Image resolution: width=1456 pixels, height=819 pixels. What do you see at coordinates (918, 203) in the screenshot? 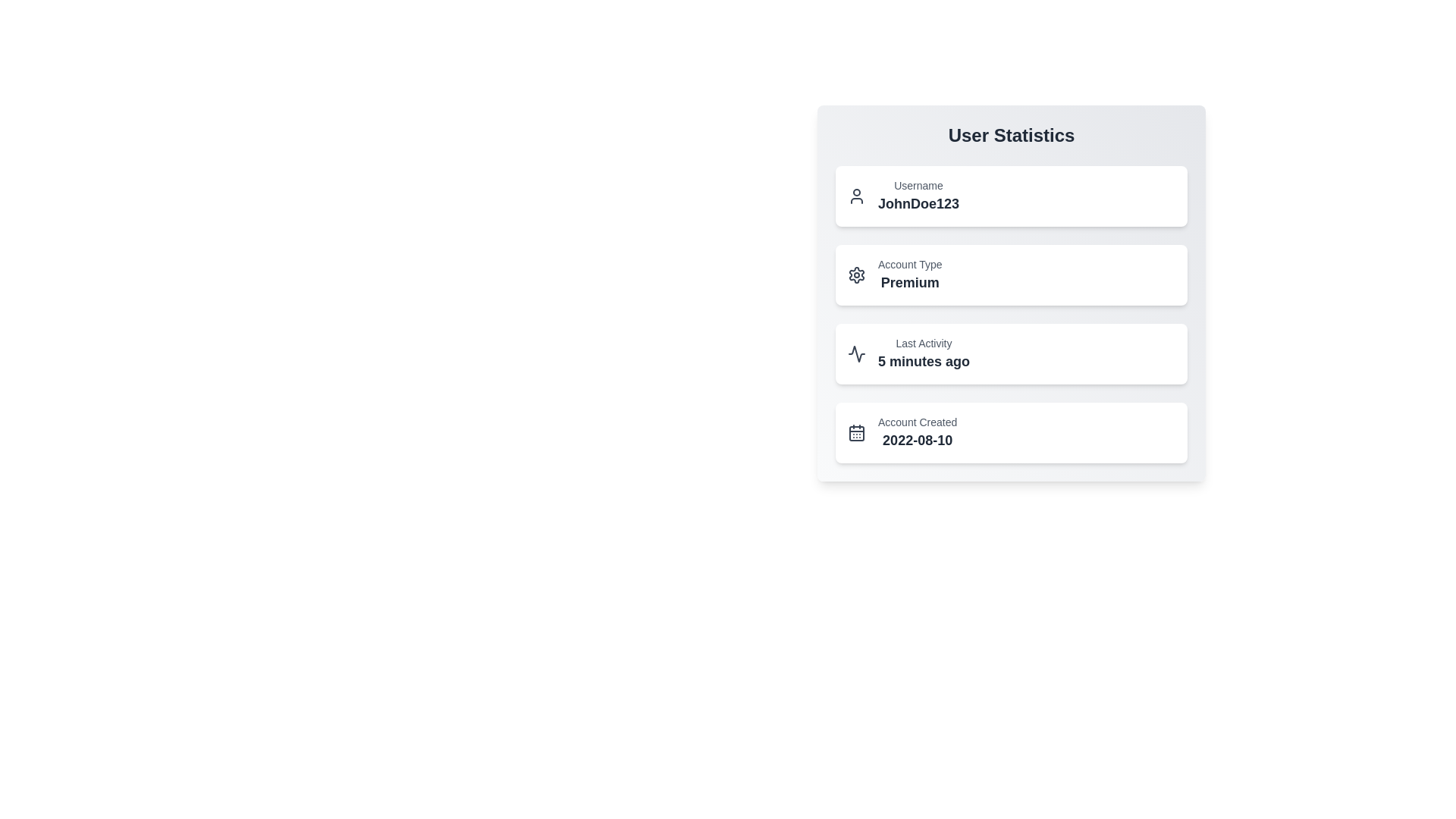
I see `the Text label displaying the username, which is positioned within the user statistics panel, directly below the 'Username' label` at bounding box center [918, 203].